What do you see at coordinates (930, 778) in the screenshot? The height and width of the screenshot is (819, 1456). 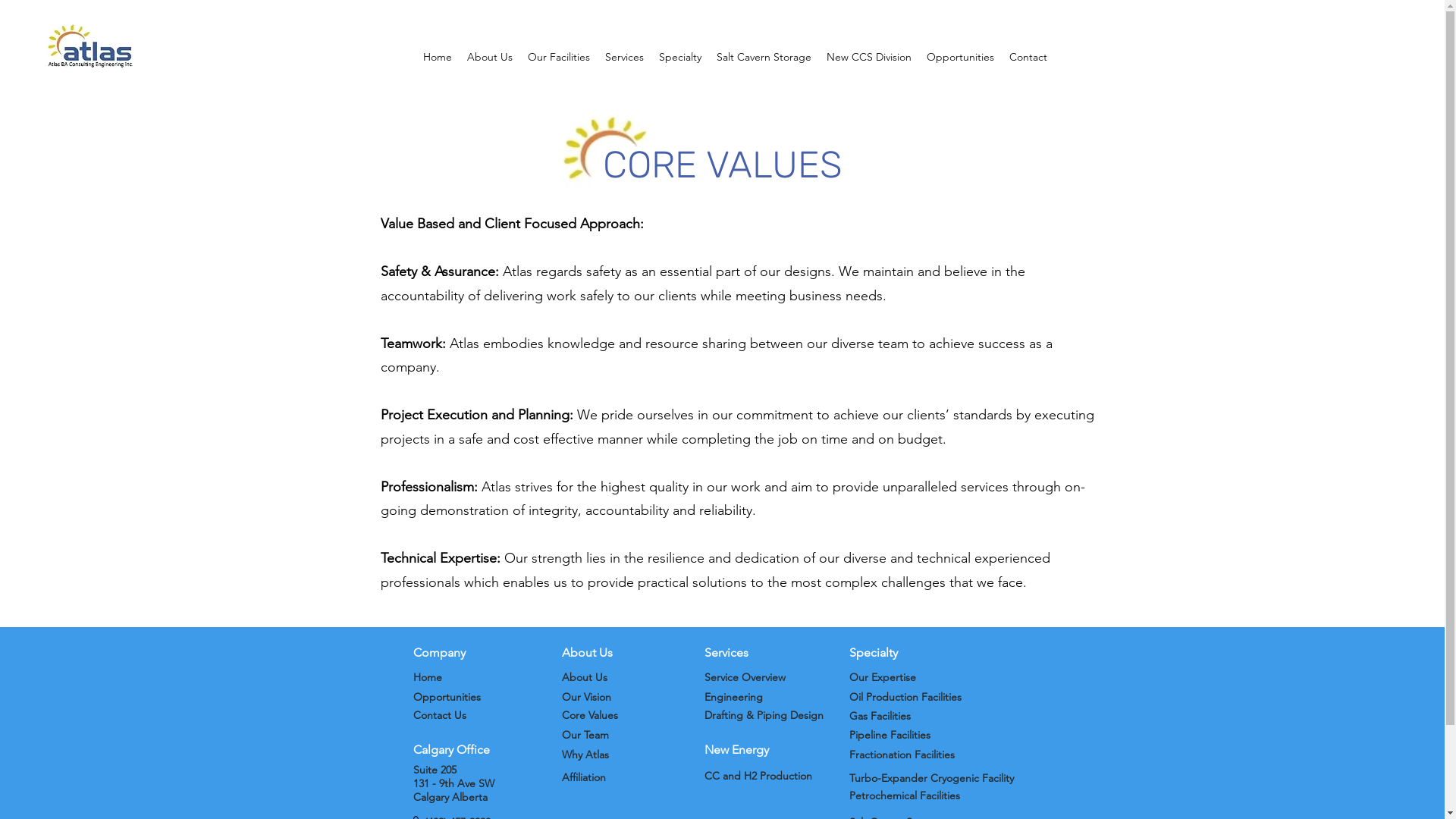 I see `'Turbo-Expander Cryogenic Facility'` at bounding box center [930, 778].